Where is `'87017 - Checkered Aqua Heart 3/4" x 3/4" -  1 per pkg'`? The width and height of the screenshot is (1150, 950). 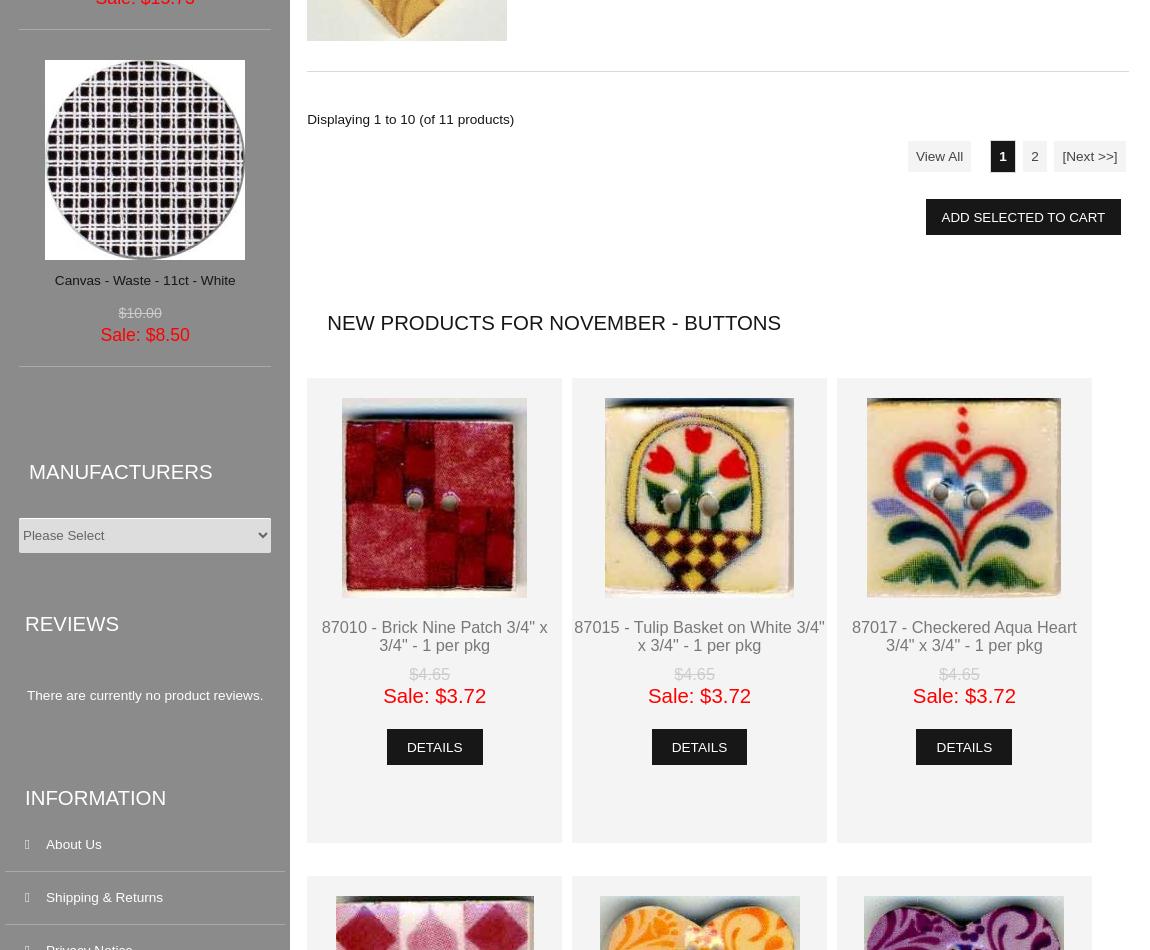
'87017 - Checkered Aqua Heart 3/4" x 3/4" -  1 per pkg' is located at coordinates (963, 634).